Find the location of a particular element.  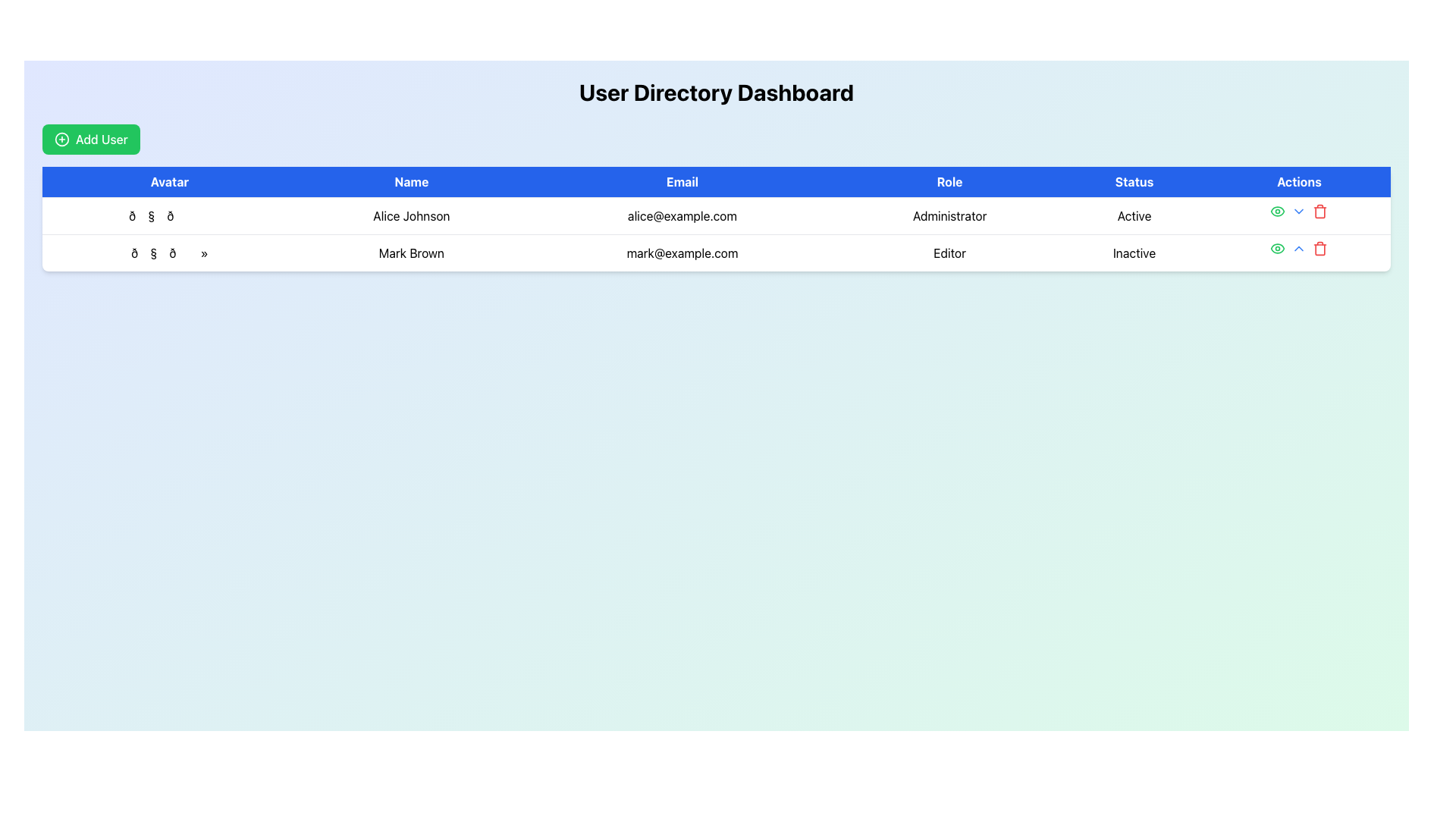

the static text label displaying 'Active' in bold black text, which indicates the status of 'Alice Johnson' in the user directory table is located at coordinates (1134, 216).